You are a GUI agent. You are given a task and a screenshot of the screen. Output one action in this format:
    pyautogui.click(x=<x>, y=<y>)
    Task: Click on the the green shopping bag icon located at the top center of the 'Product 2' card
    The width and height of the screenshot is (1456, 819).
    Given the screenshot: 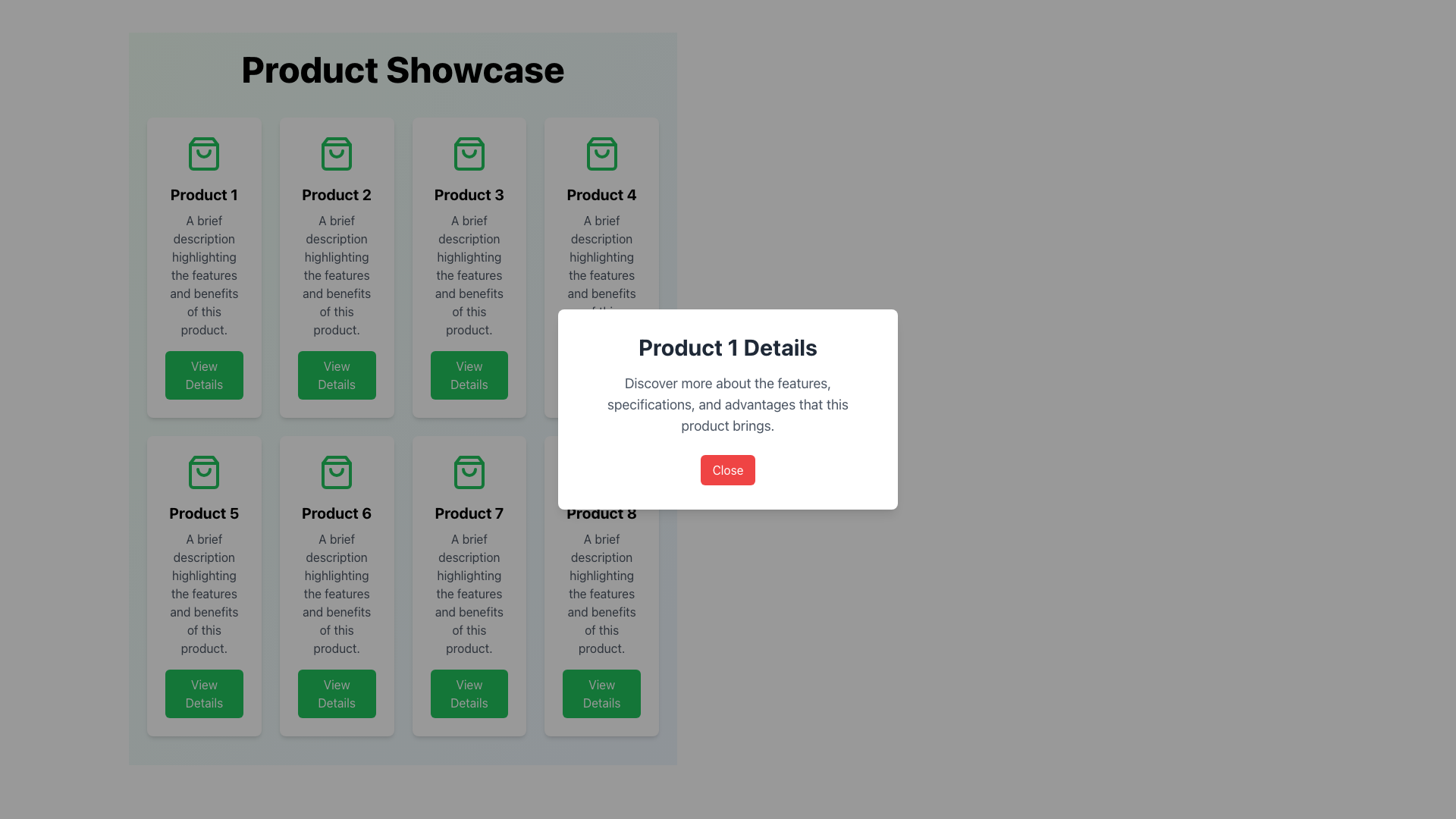 What is the action you would take?
    pyautogui.click(x=336, y=154)
    